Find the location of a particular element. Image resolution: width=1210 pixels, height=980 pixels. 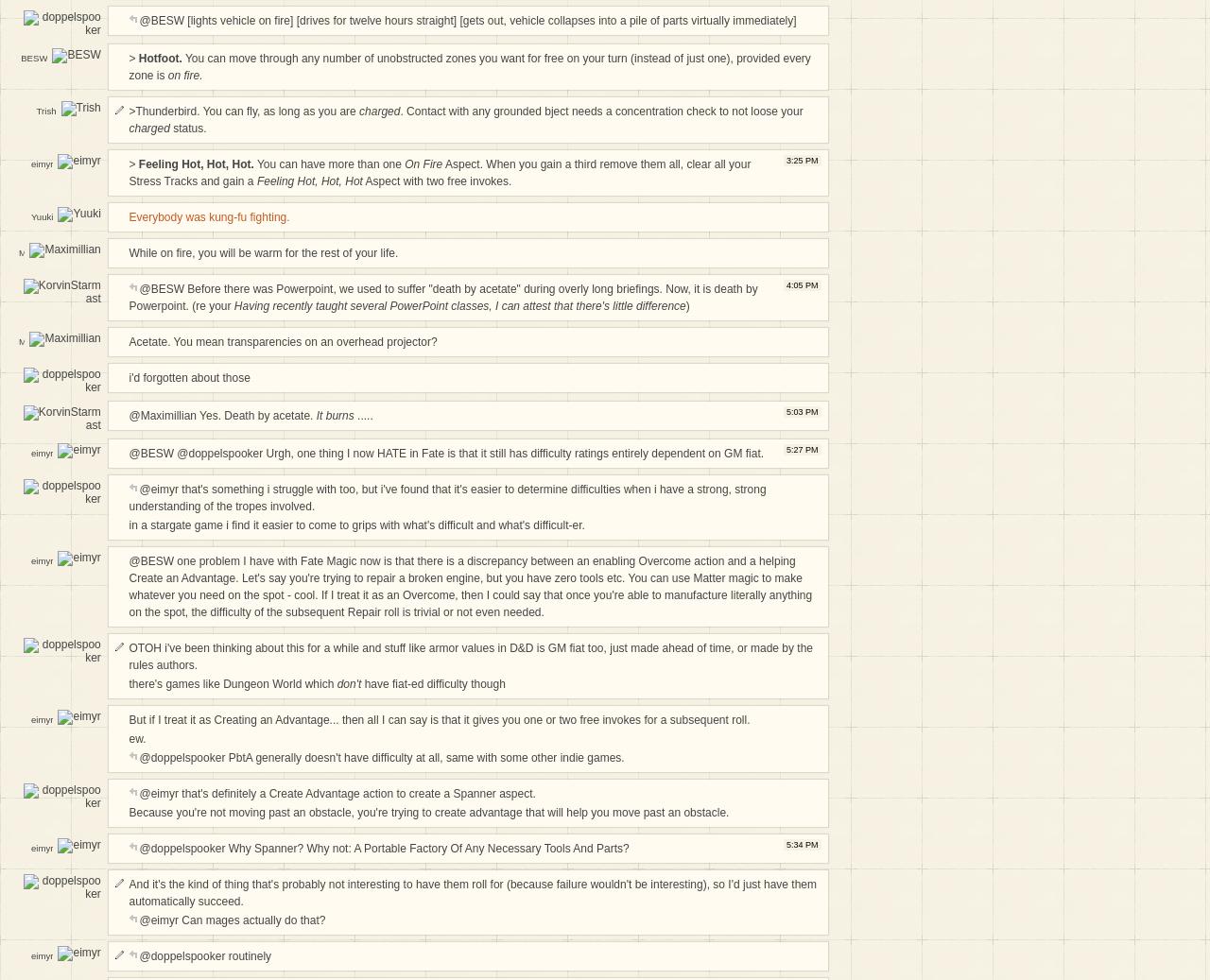

'Feeling Hot, Hot, Hot' is located at coordinates (309, 180).